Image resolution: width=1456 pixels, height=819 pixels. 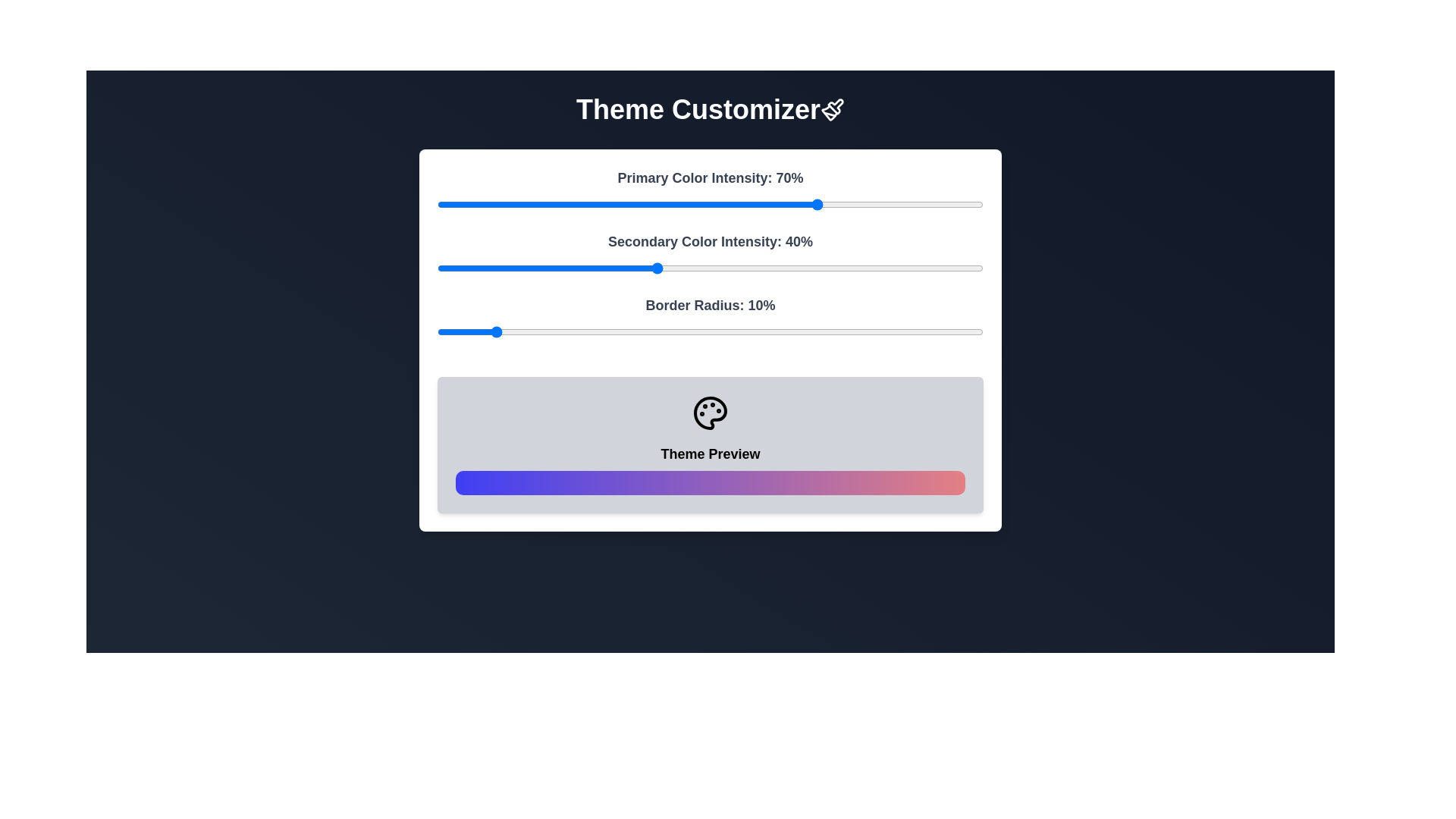 What do you see at coordinates (645, 268) in the screenshot?
I see `the Secondary Color Intensity slider to 38%` at bounding box center [645, 268].